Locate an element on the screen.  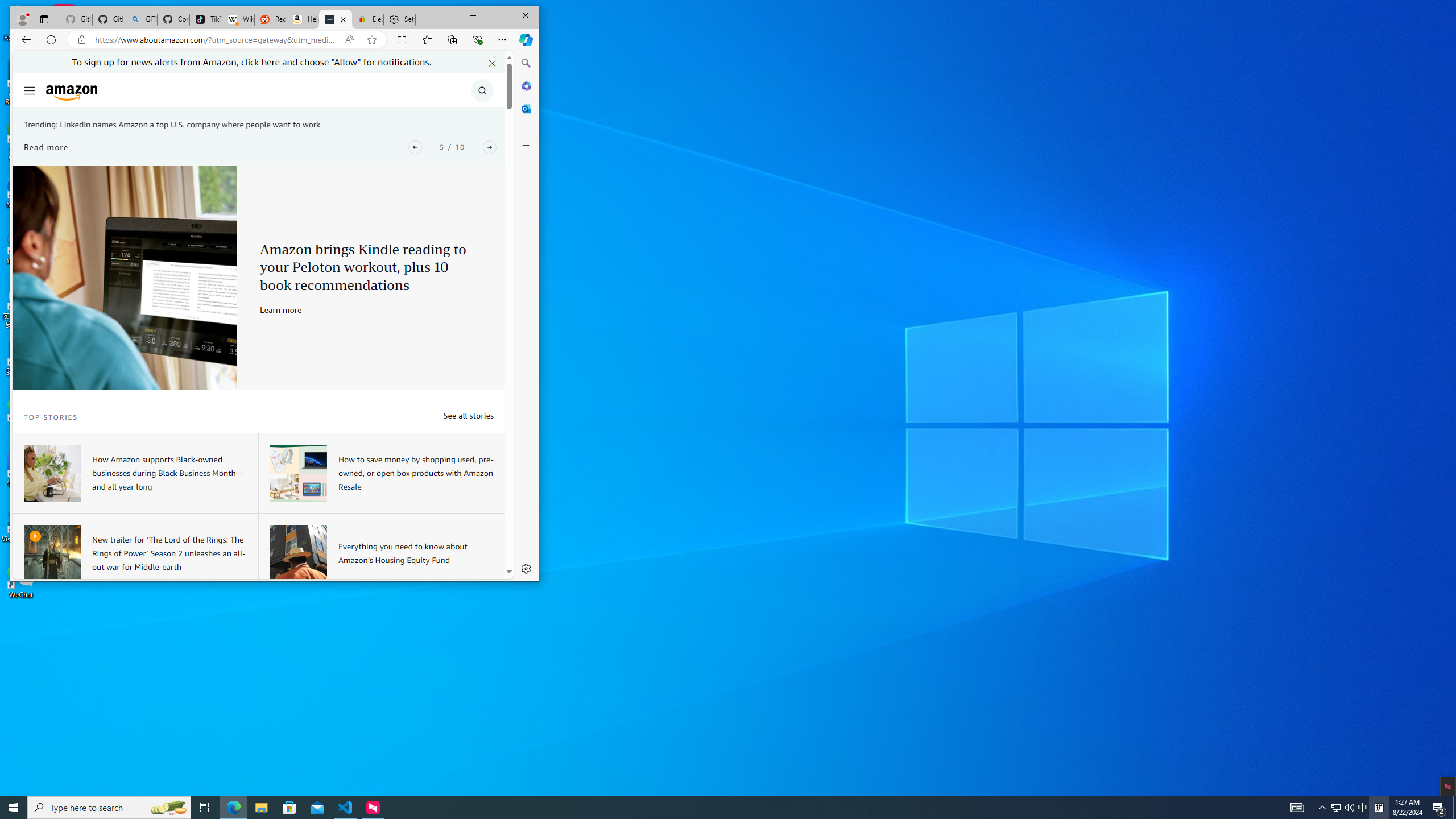
'Action Center, 2 new notifications' is located at coordinates (1439, 806).